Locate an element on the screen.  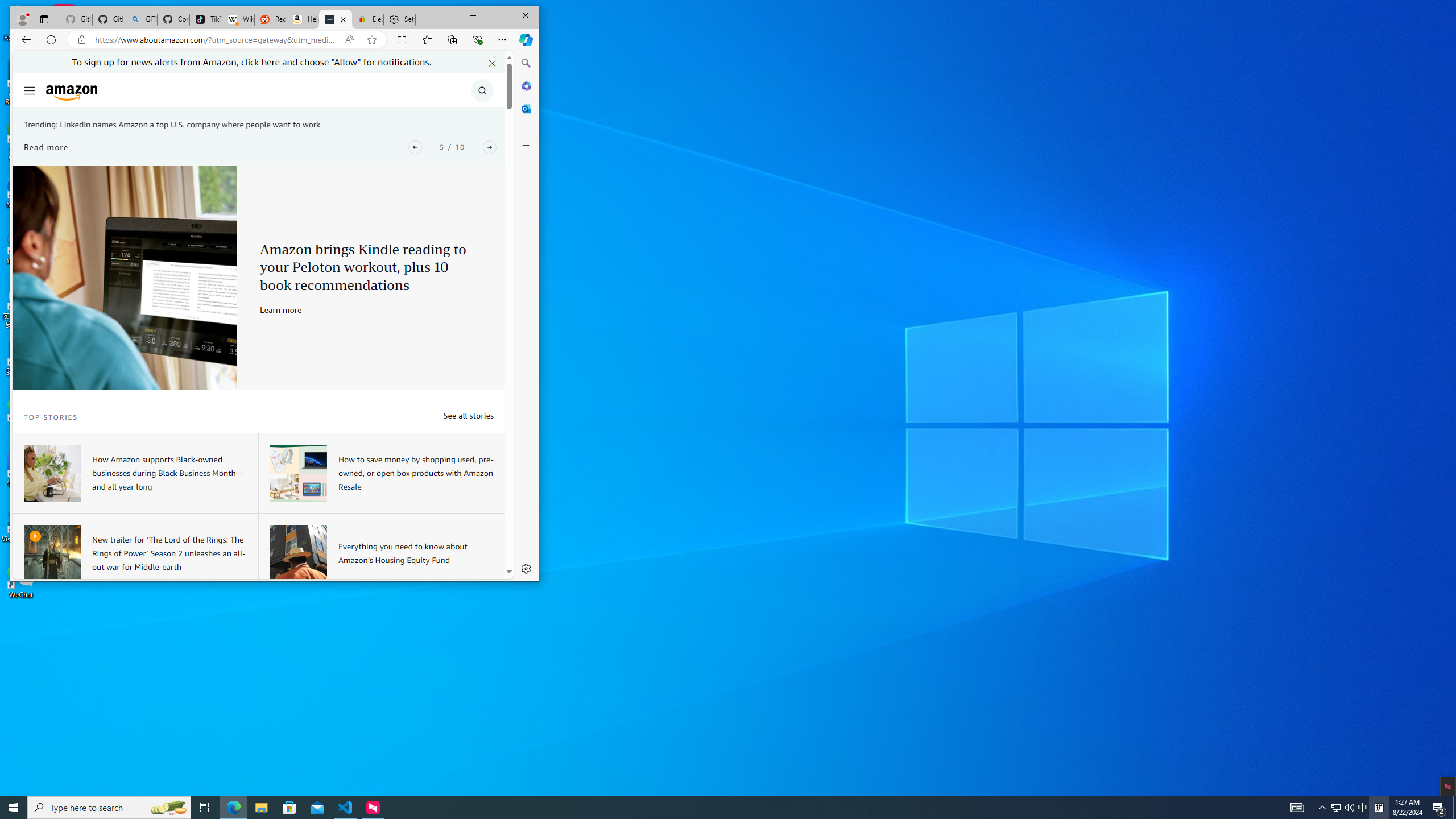
'Action Center, 2 new notifications' is located at coordinates (1439, 806).